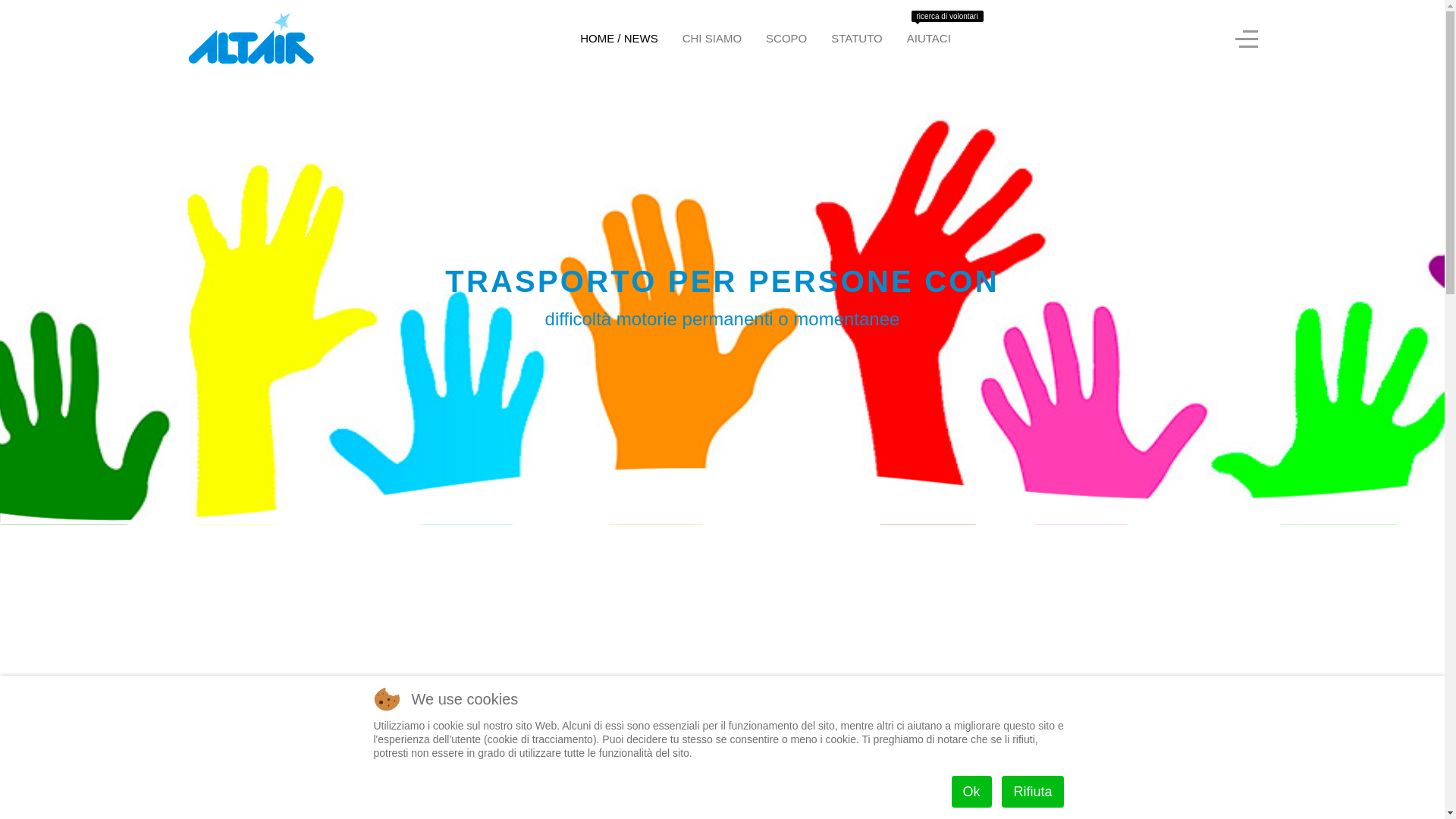 The width and height of the screenshot is (1456, 819). I want to click on 'CHI SIAMO', so click(711, 37).